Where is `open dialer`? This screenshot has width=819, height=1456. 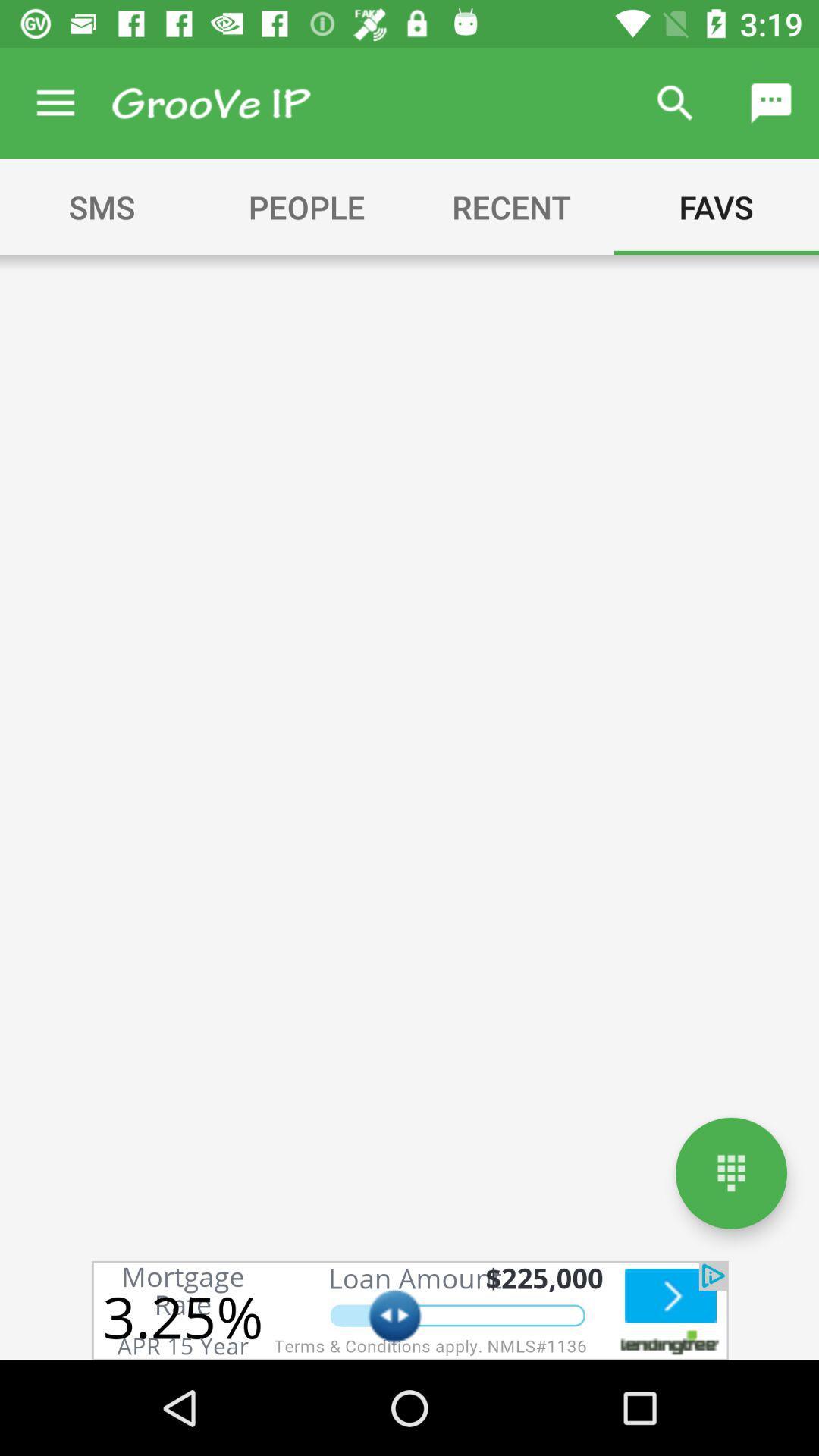 open dialer is located at coordinates (730, 1172).